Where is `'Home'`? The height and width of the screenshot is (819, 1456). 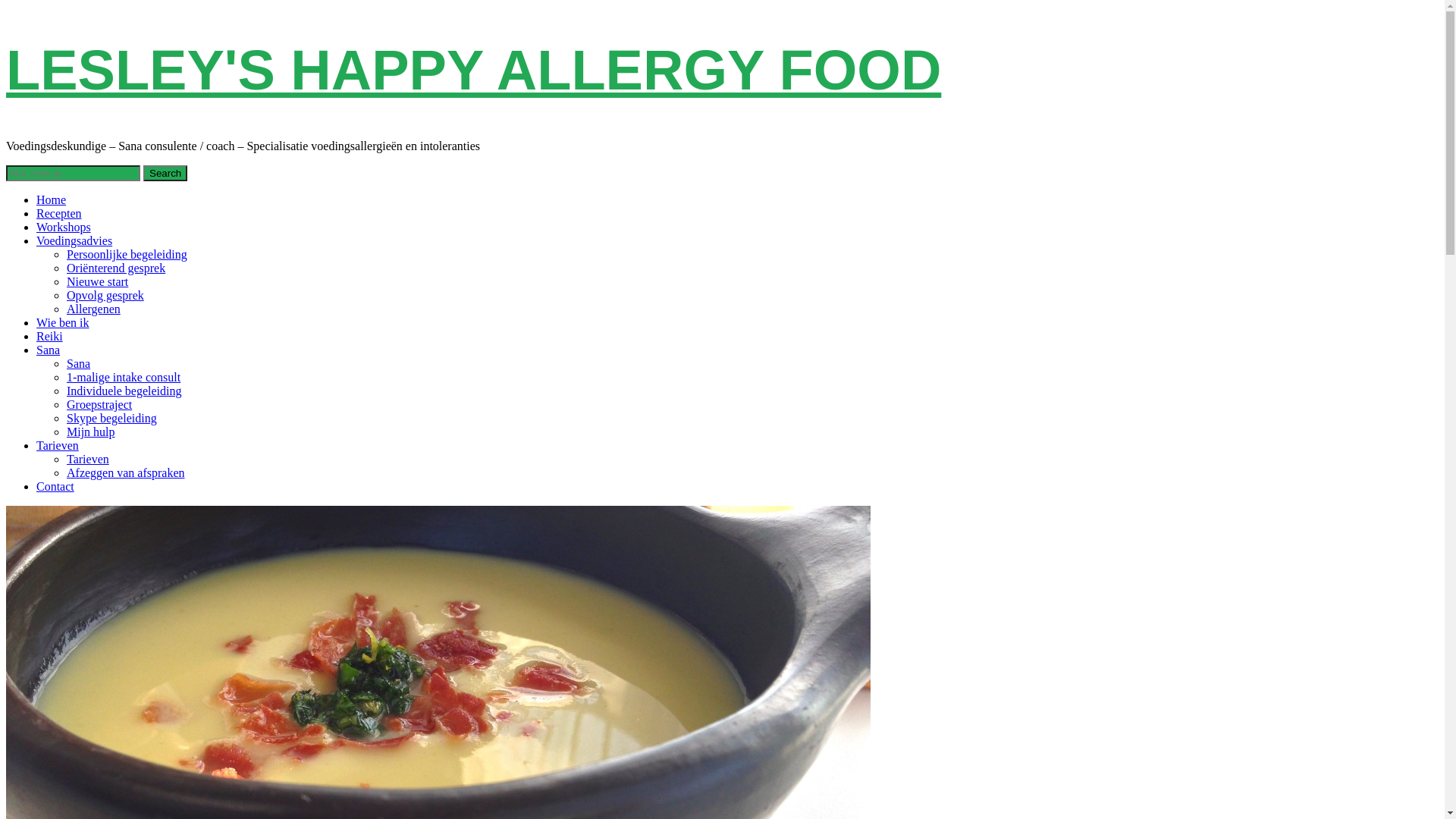
'Home' is located at coordinates (51, 199).